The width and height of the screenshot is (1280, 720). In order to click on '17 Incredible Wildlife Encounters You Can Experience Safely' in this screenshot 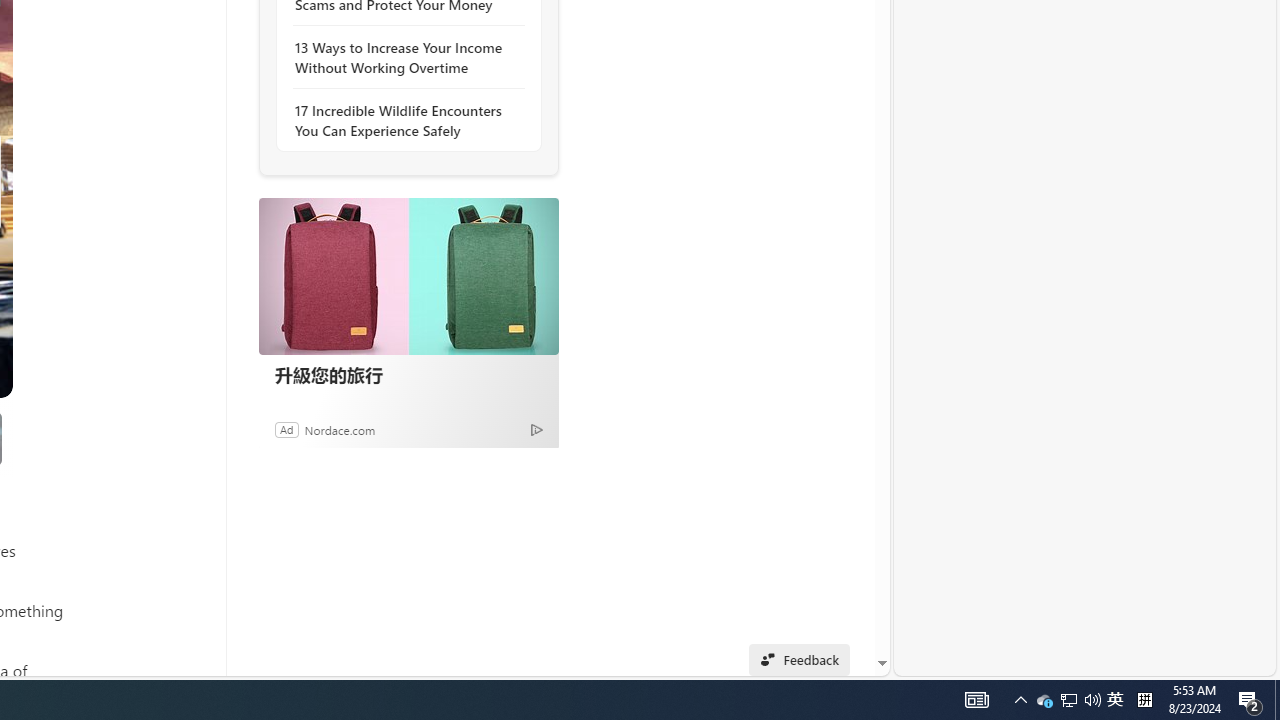, I will do `click(402, 120)`.